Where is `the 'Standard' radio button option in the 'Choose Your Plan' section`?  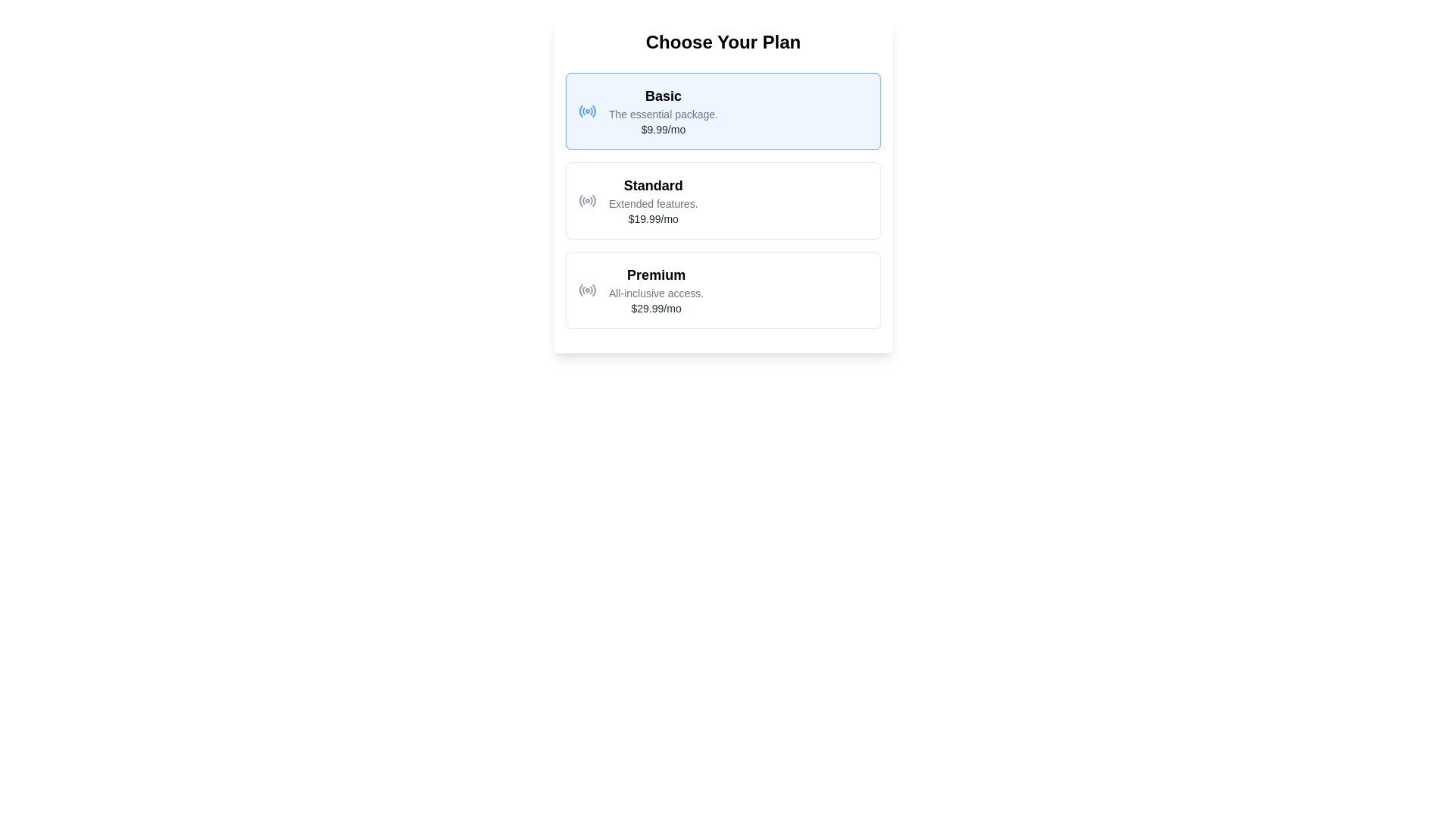
the 'Standard' radio button option in the 'Choose Your Plan' section is located at coordinates (723, 200).